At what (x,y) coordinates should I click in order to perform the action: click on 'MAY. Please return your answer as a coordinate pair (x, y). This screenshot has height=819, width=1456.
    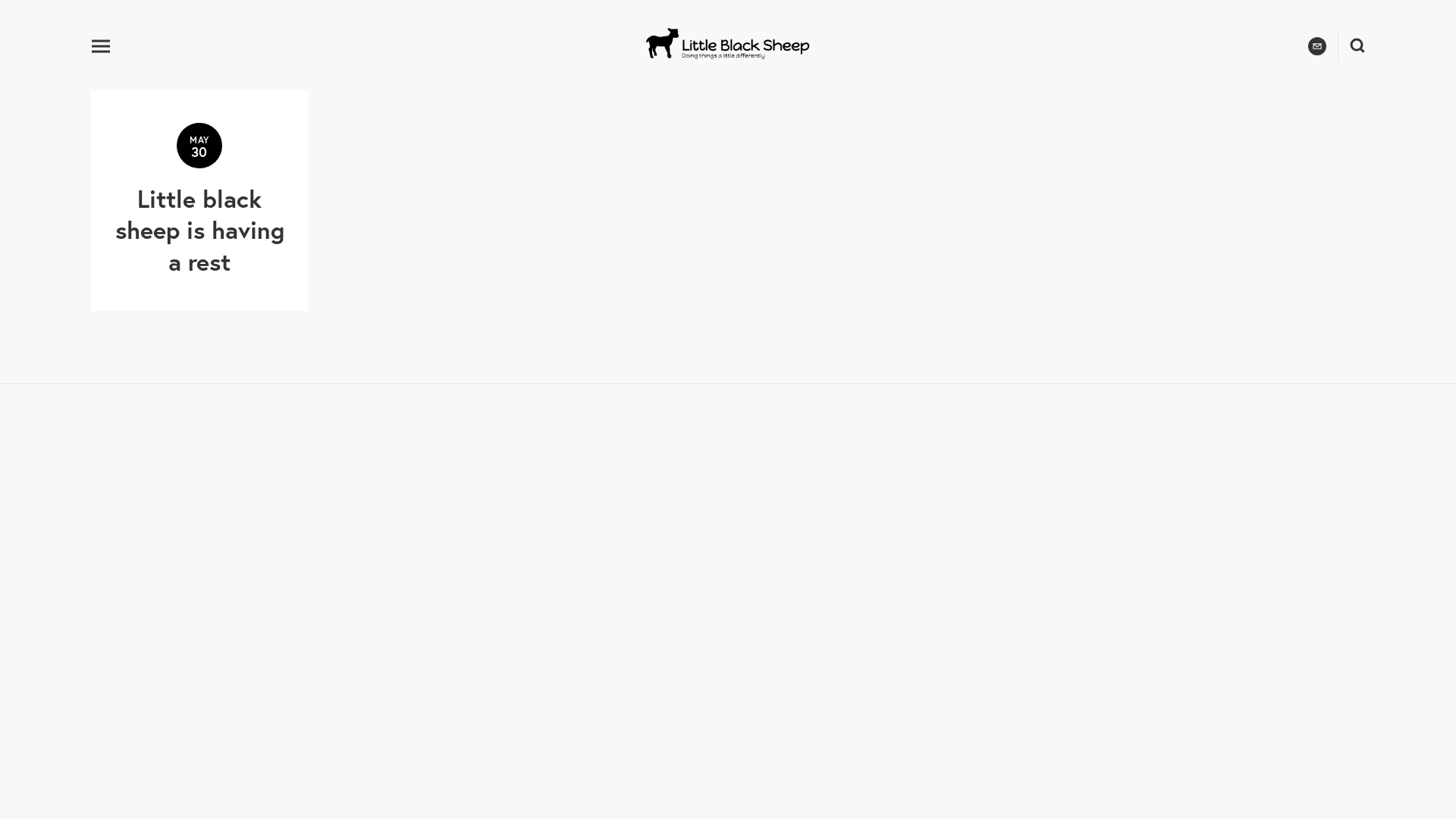
    Looking at the image, I should click on (108, 199).